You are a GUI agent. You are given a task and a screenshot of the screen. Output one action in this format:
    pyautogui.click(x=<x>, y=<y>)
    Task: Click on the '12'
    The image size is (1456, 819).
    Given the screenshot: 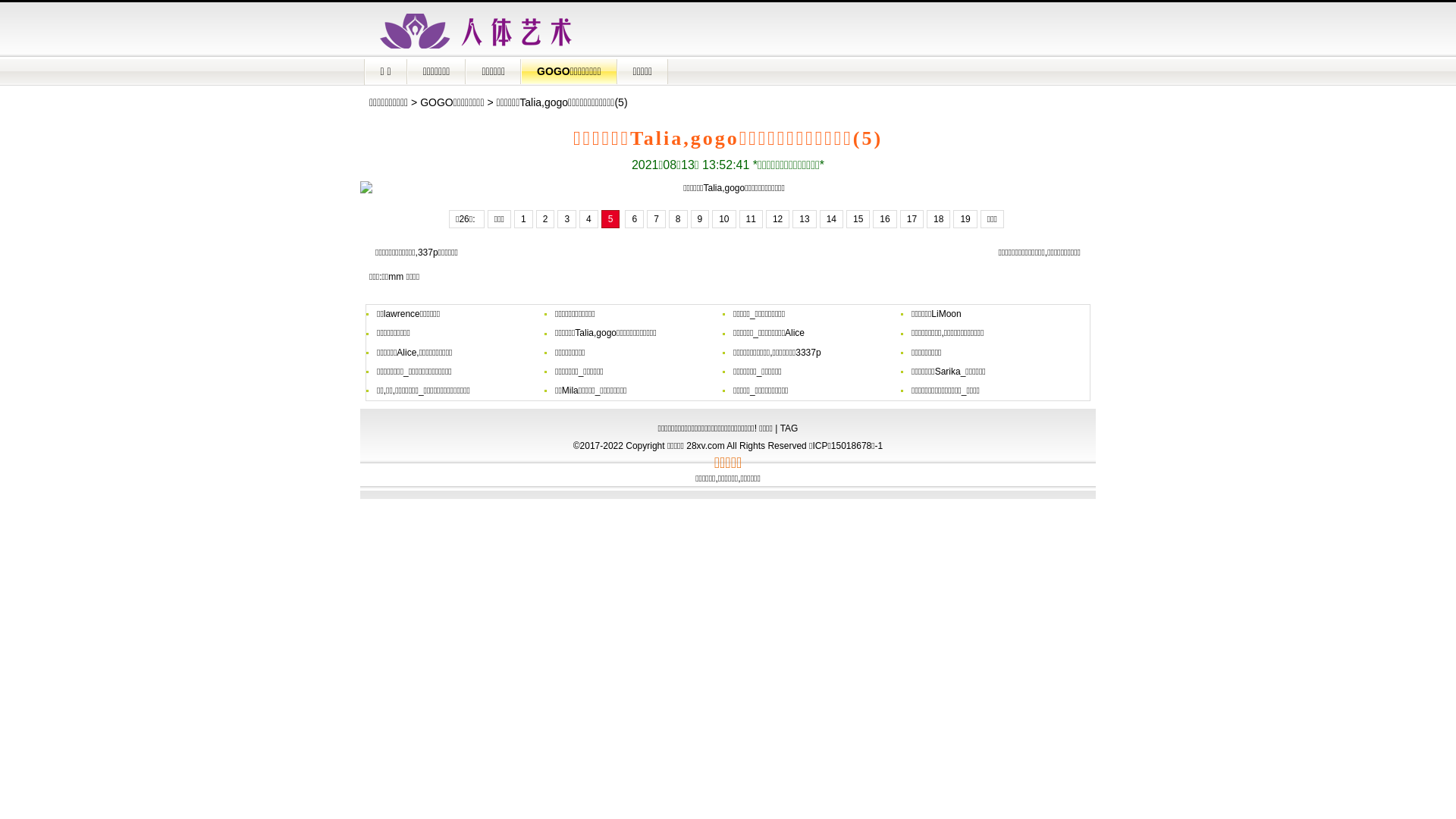 What is the action you would take?
    pyautogui.click(x=765, y=219)
    